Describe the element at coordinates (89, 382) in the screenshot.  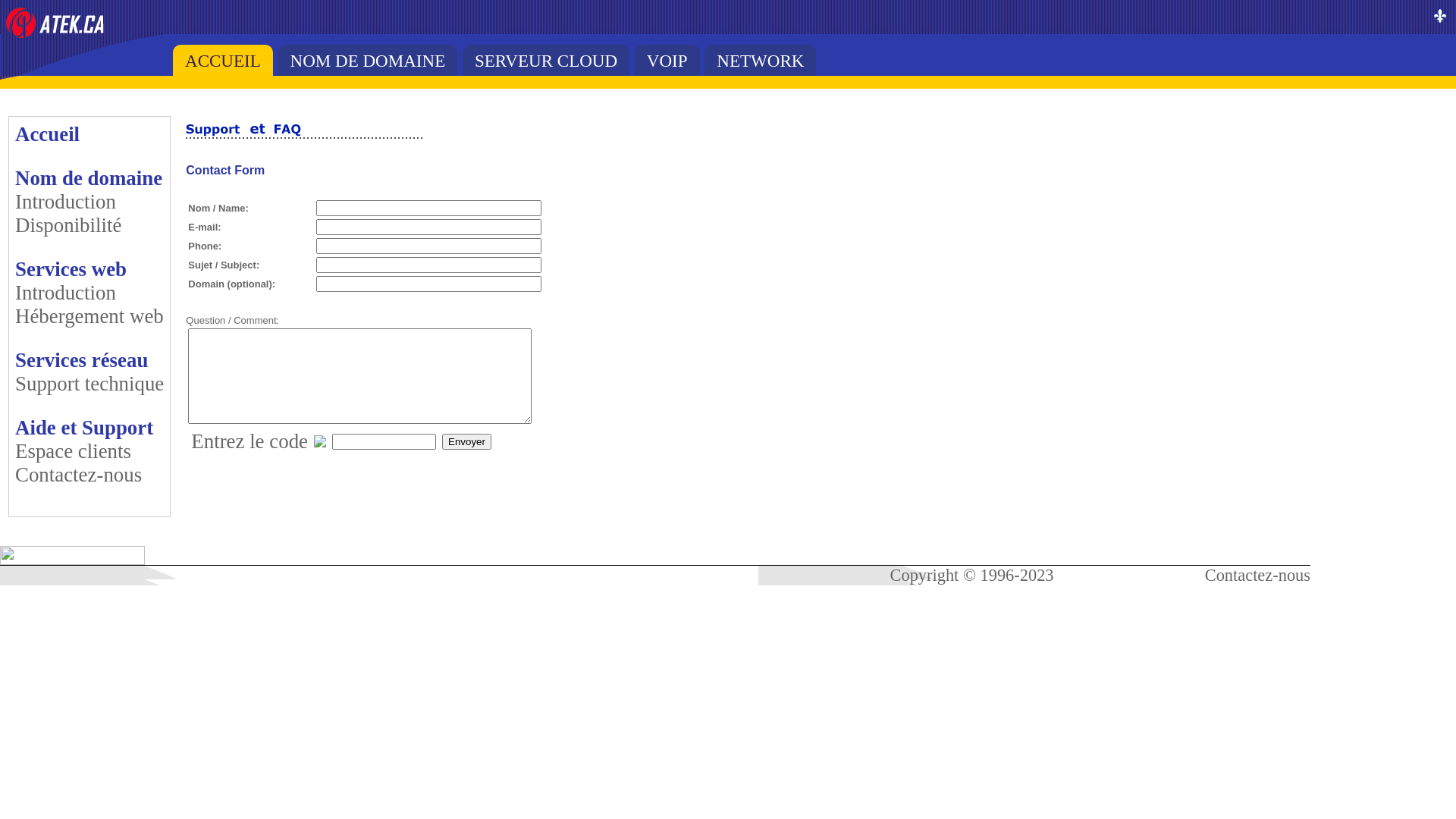
I see `'Support technique'` at that location.